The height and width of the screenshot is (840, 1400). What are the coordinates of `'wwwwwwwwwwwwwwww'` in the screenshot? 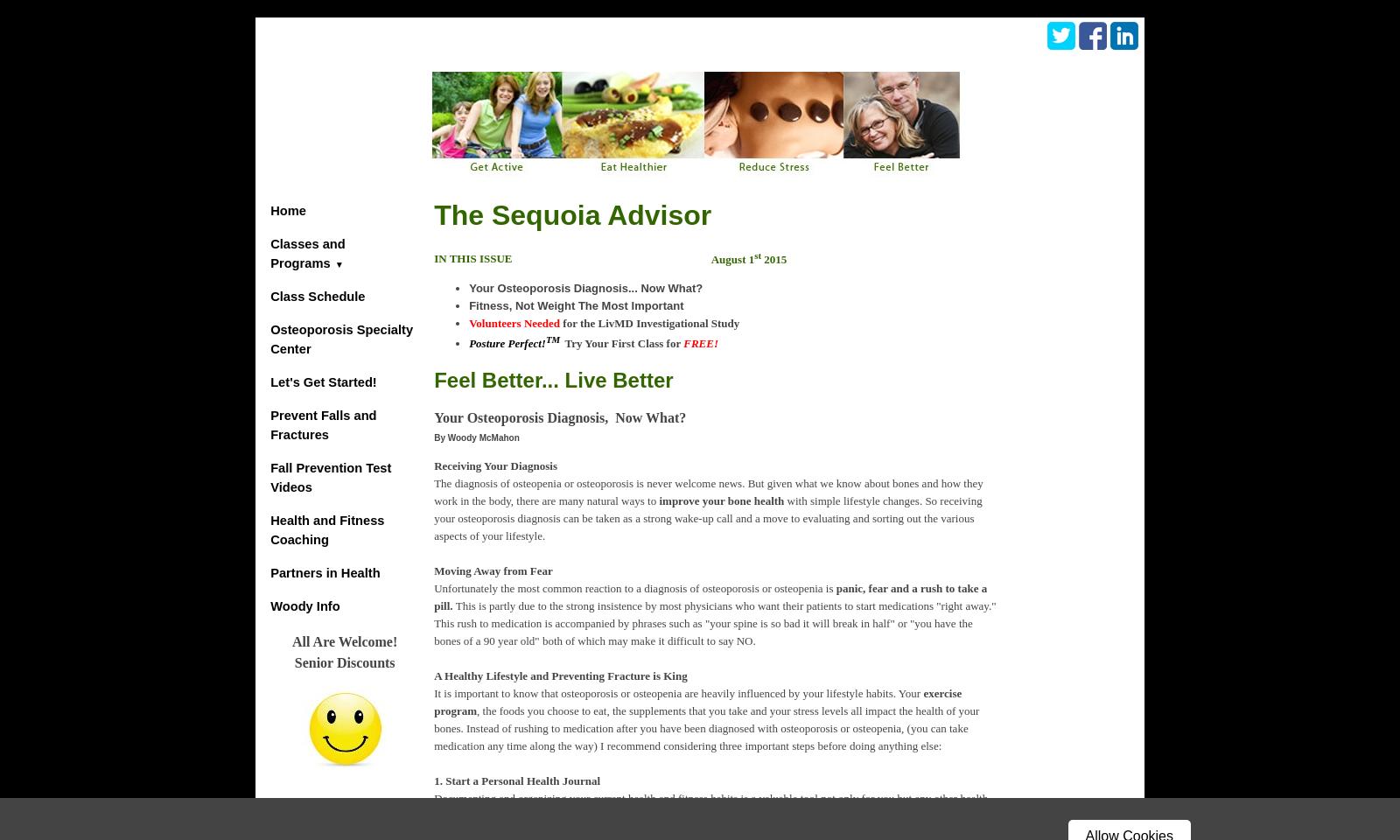 It's located at (1066, 289).